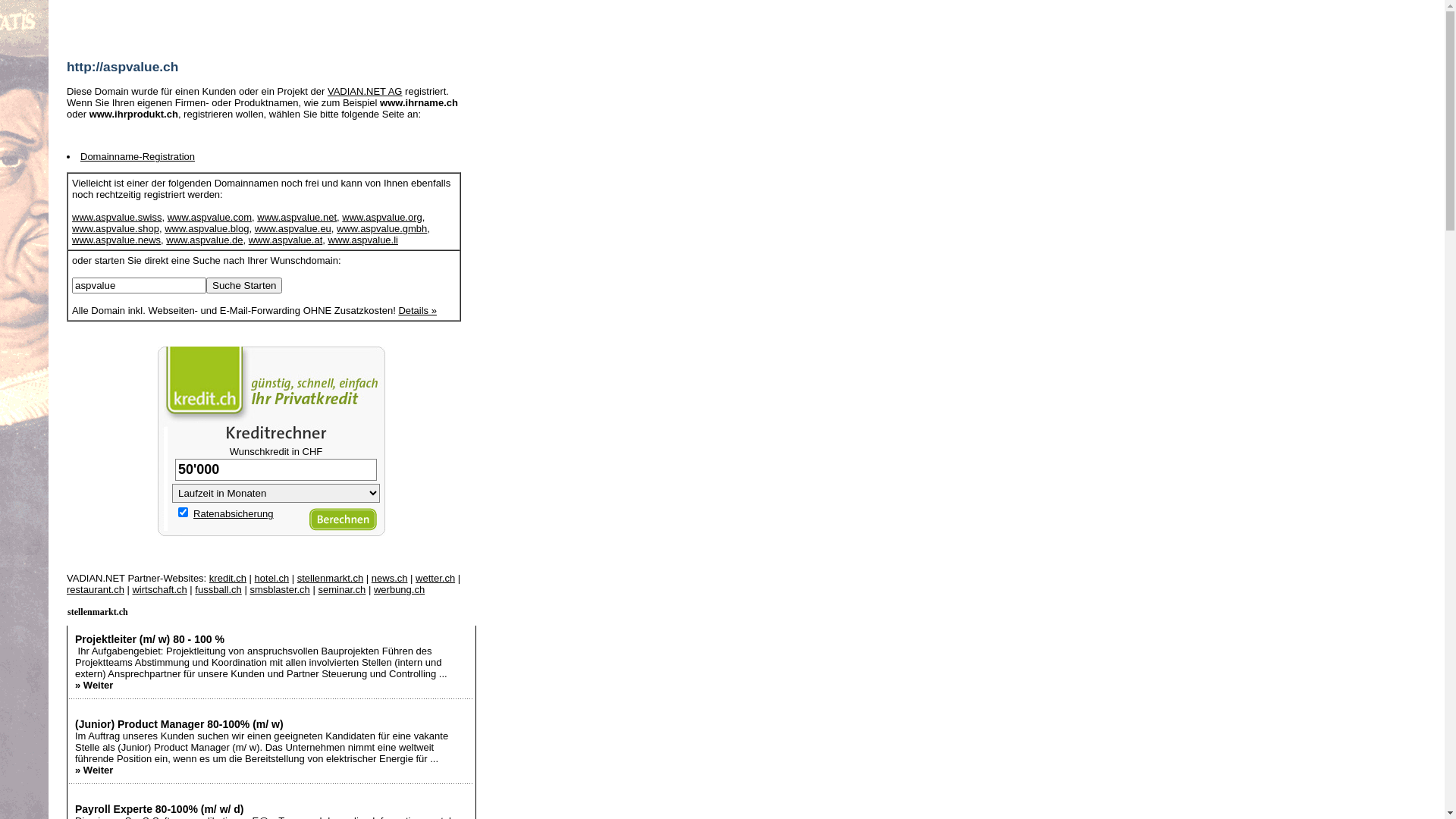  What do you see at coordinates (389, 578) in the screenshot?
I see `'news.ch'` at bounding box center [389, 578].